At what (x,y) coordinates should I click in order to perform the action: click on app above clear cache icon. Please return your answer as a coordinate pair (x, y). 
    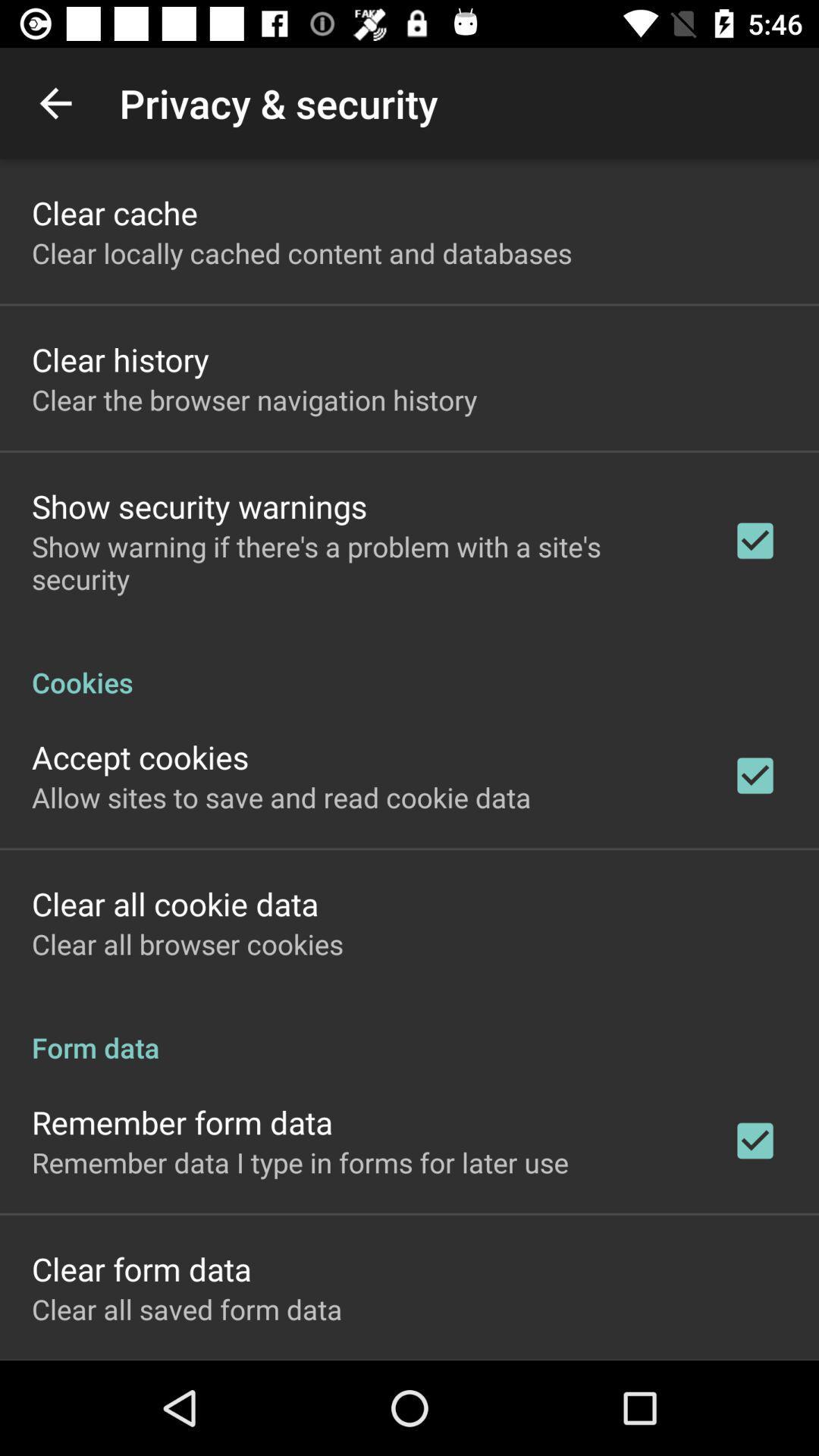
    Looking at the image, I should click on (55, 102).